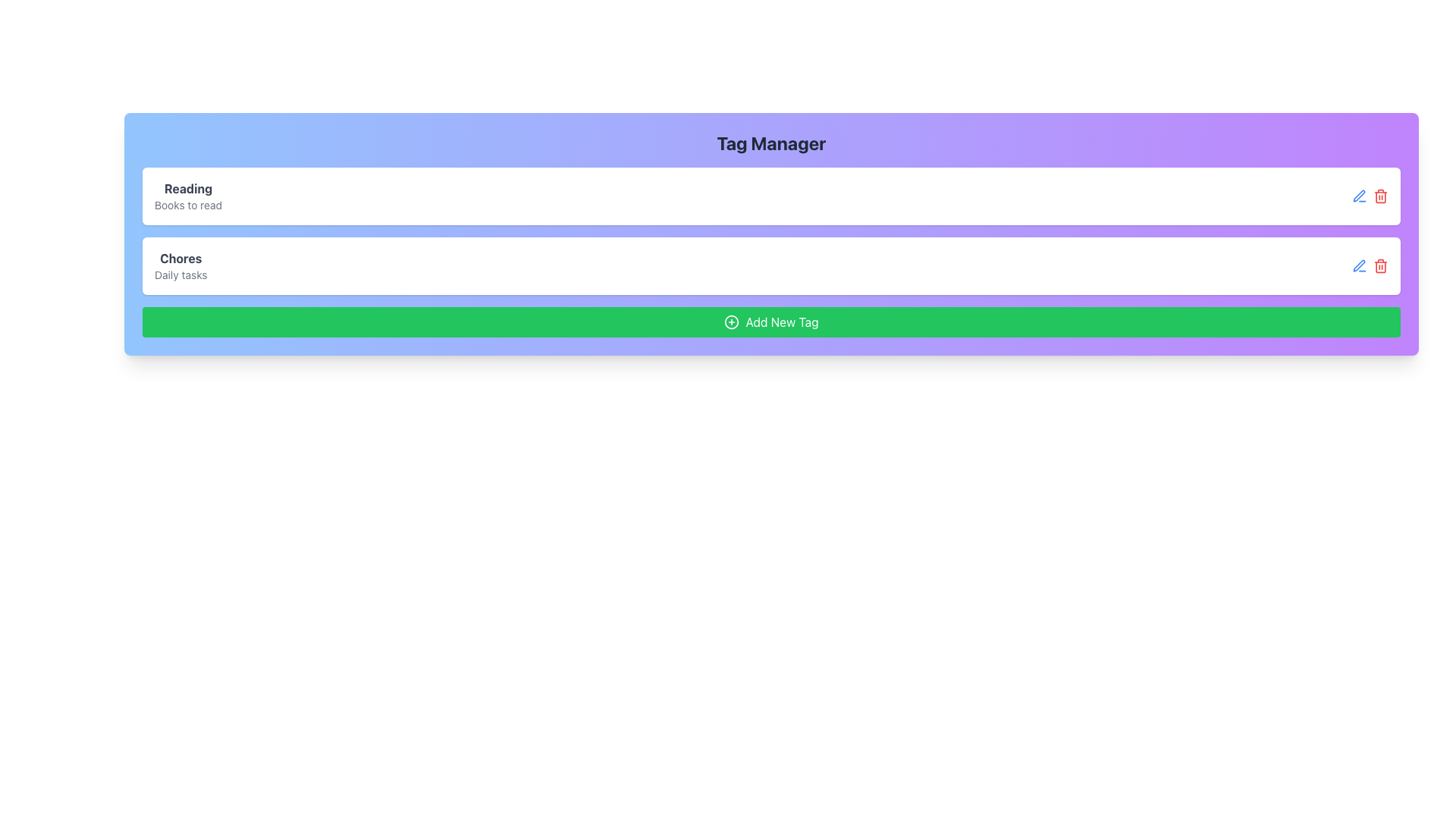 This screenshot has height=819, width=1456. What do you see at coordinates (771, 143) in the screenshot?
I see `the bold header text 'Tag Manager'` at bounding box center [771, 143].